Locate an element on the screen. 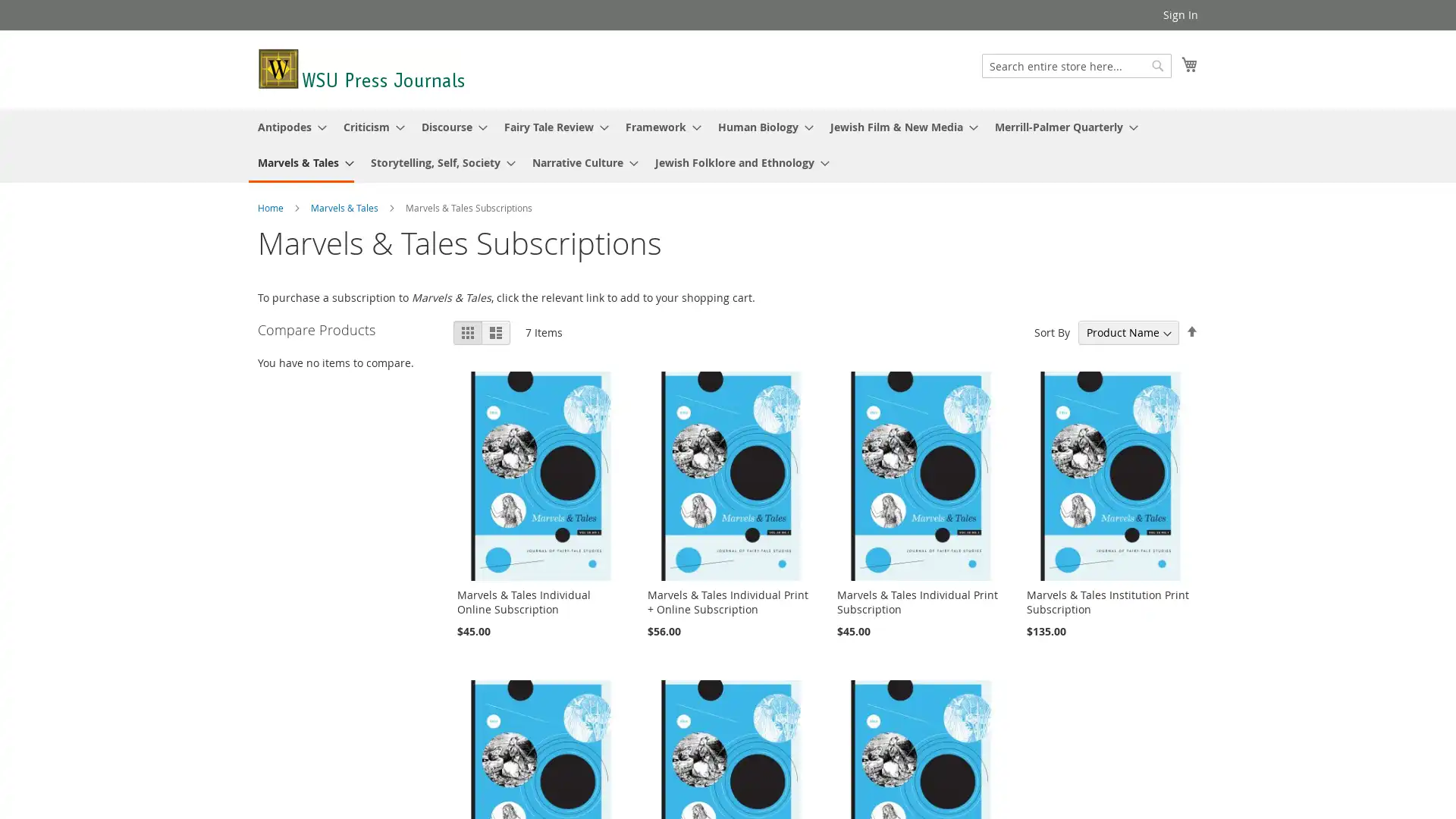 The image size is (1456, 819). Add to Cart is located at coordinates (296, 661).